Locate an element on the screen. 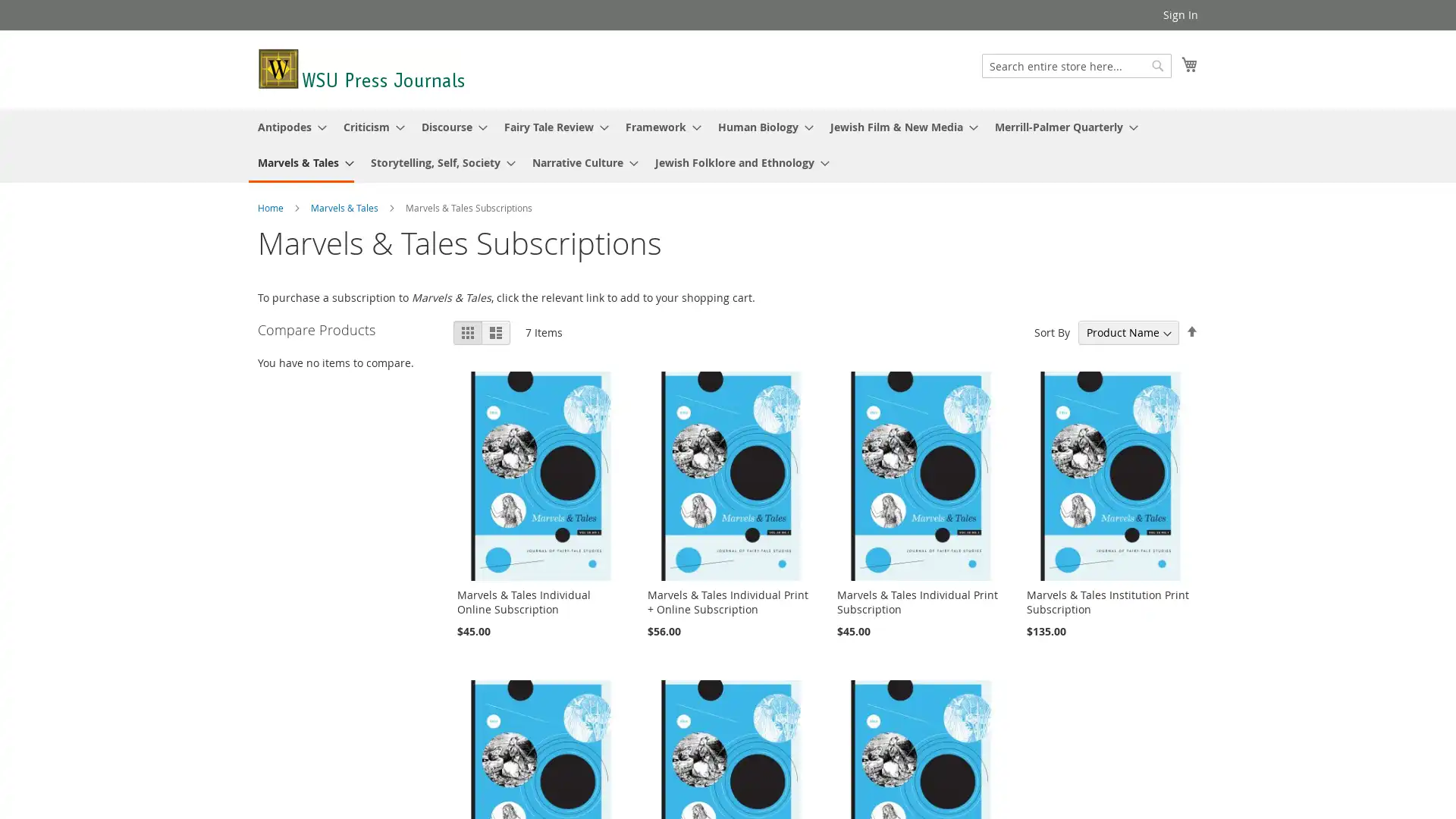 The image size is (1456, 819). Add to Cart is located at coordinates (296, 661).